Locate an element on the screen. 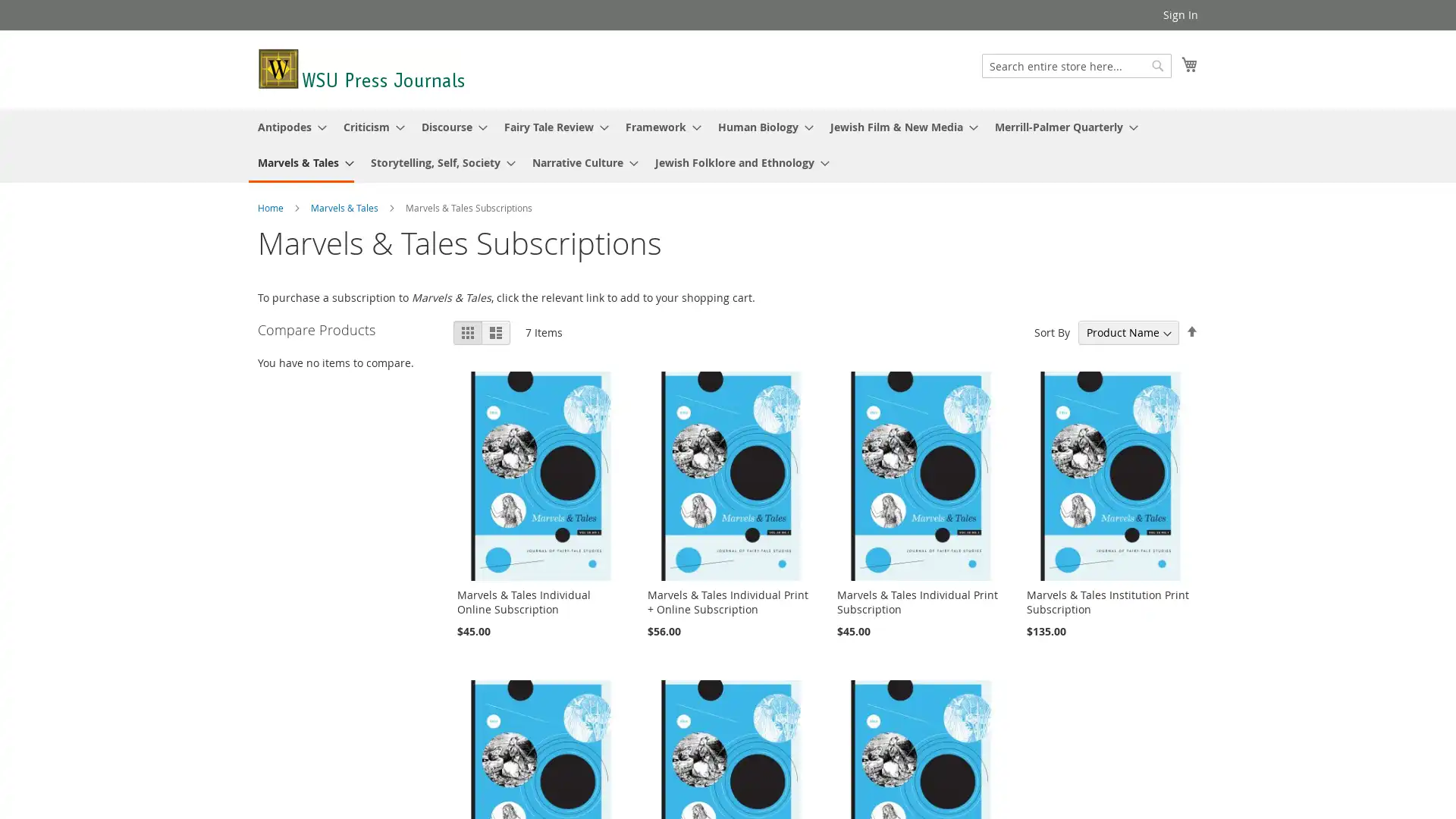 The image size is (1456, 819). Add to Cart is located at coordinates (296, 661).